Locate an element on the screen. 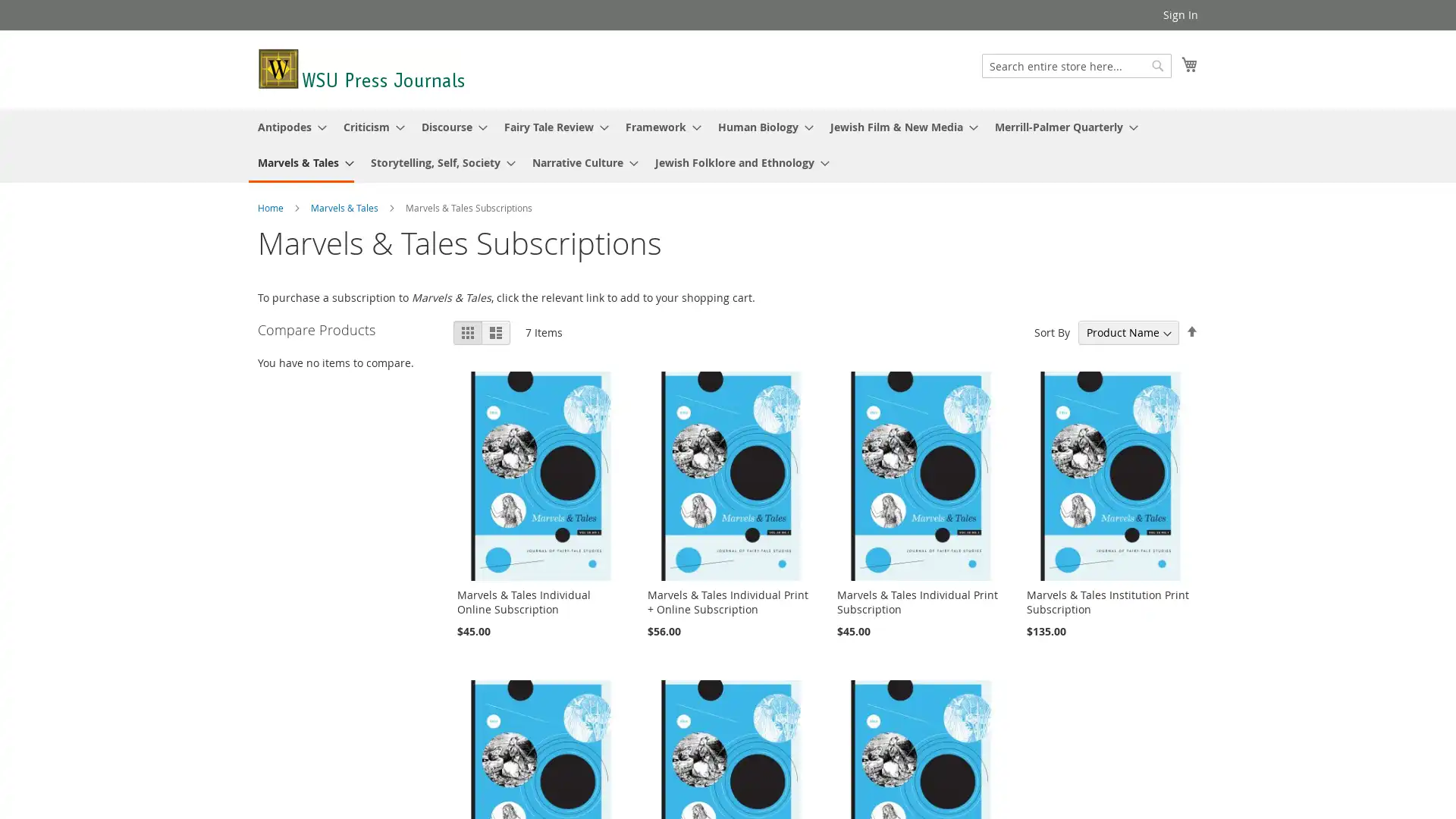 The image size is (1456, 819). Add to Cart is located at coordinates (296, 661).